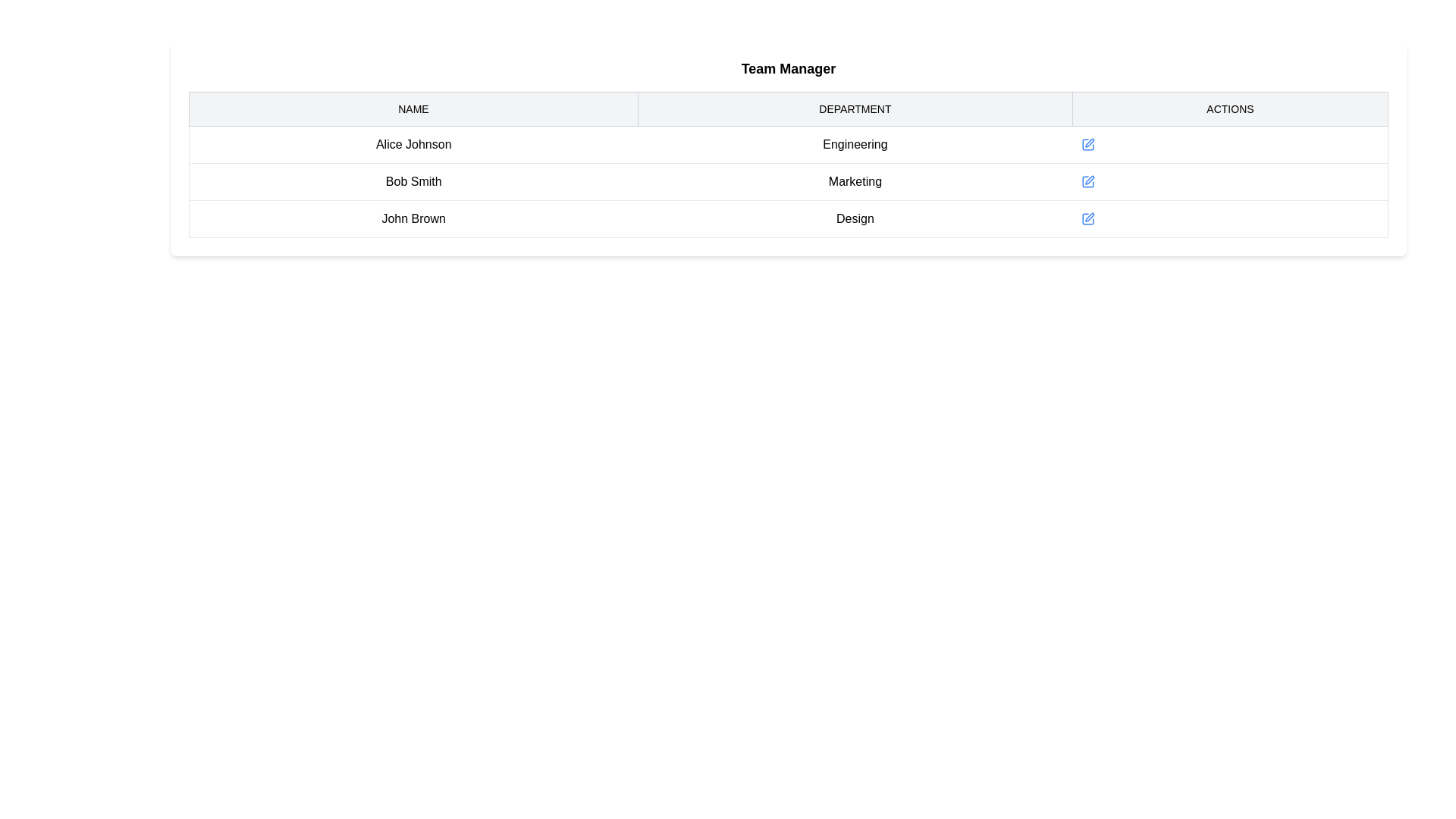  What do you see at coordinates (1087, 145) in the screenshot?
I see `the blue pen icon button in the Actions column of the first row to initiate the edit action for the Engineering department entry` at bounding box center [1087, 145].